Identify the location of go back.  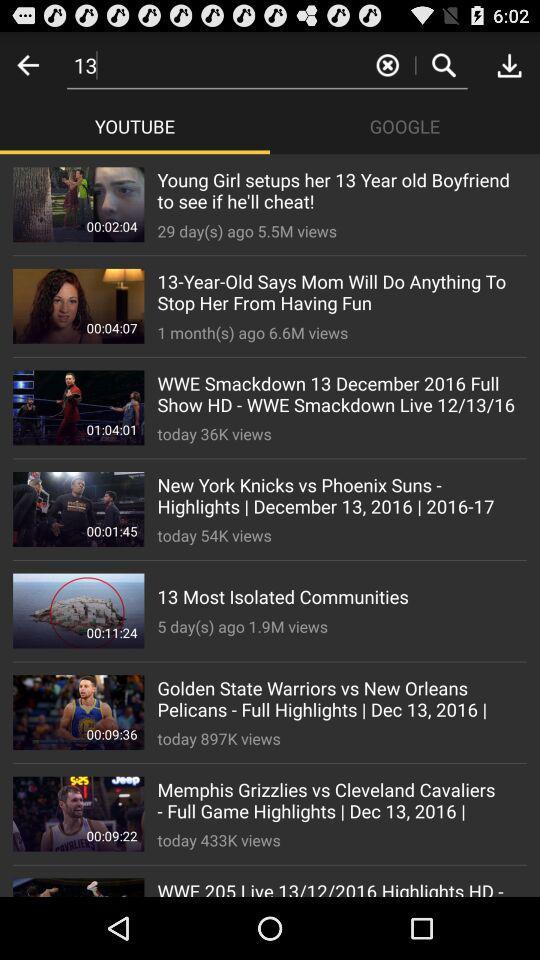
(26, 64).